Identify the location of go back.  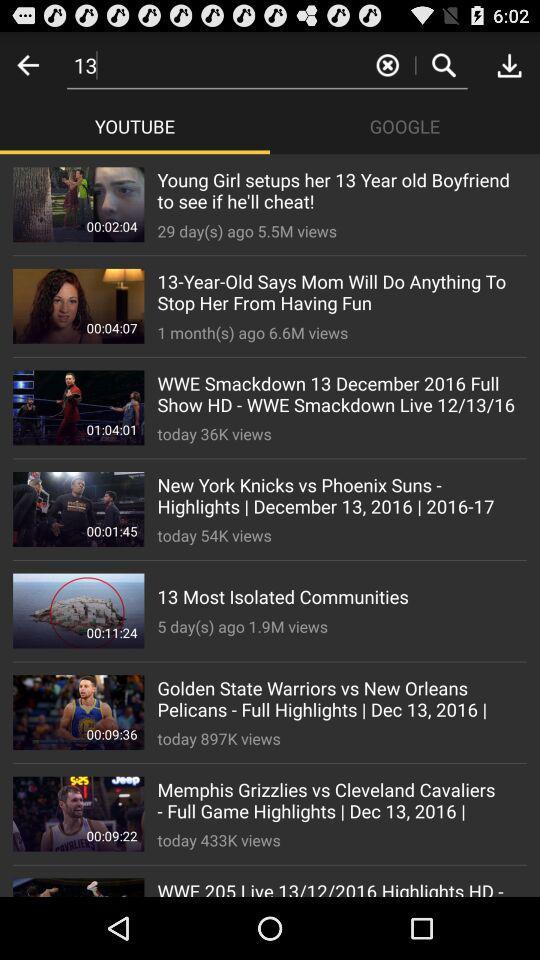
(26, 64).